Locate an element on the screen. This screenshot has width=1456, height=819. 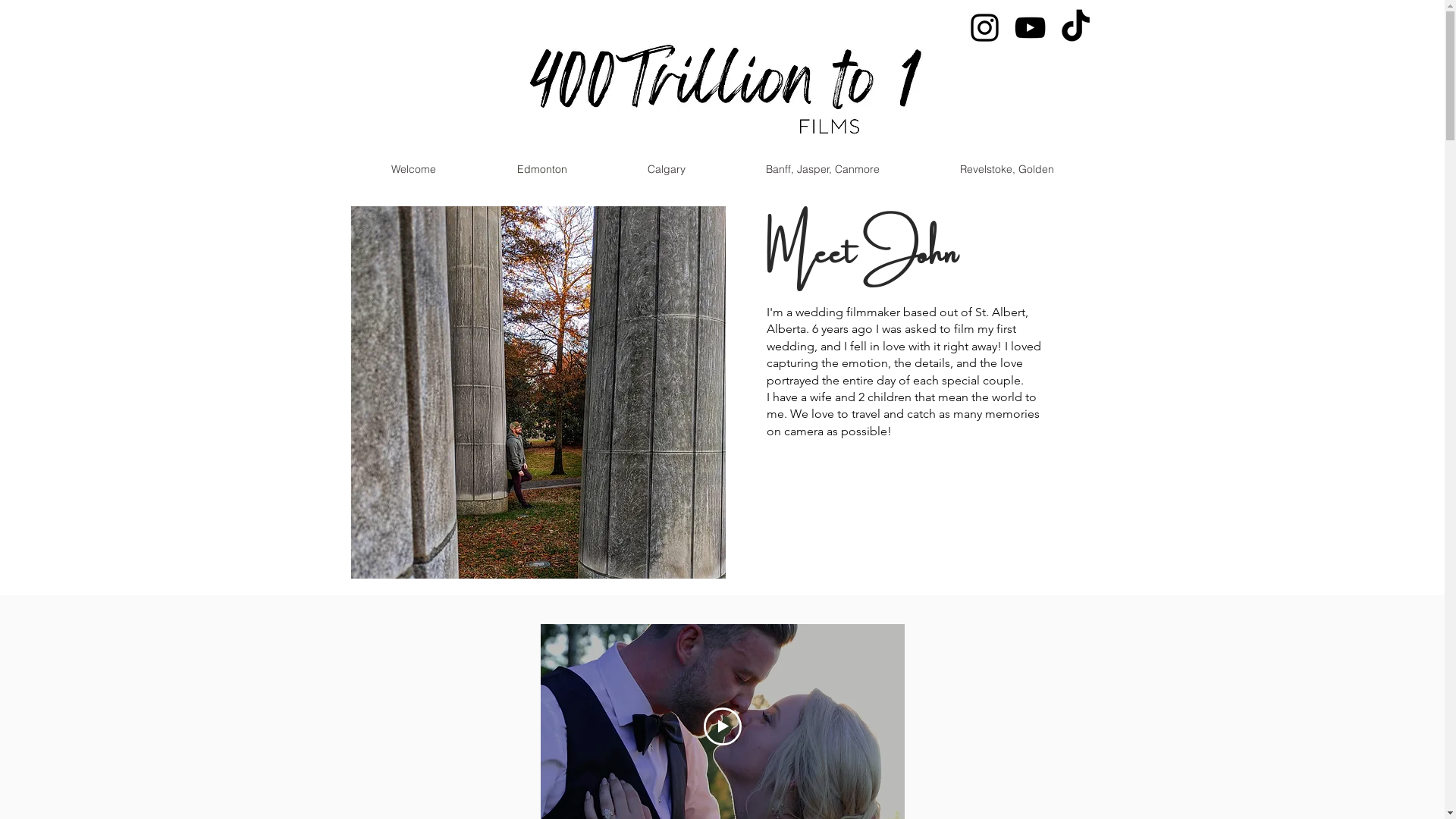
'Revelstoke, Golden' is located at coordinates (1006, 169).